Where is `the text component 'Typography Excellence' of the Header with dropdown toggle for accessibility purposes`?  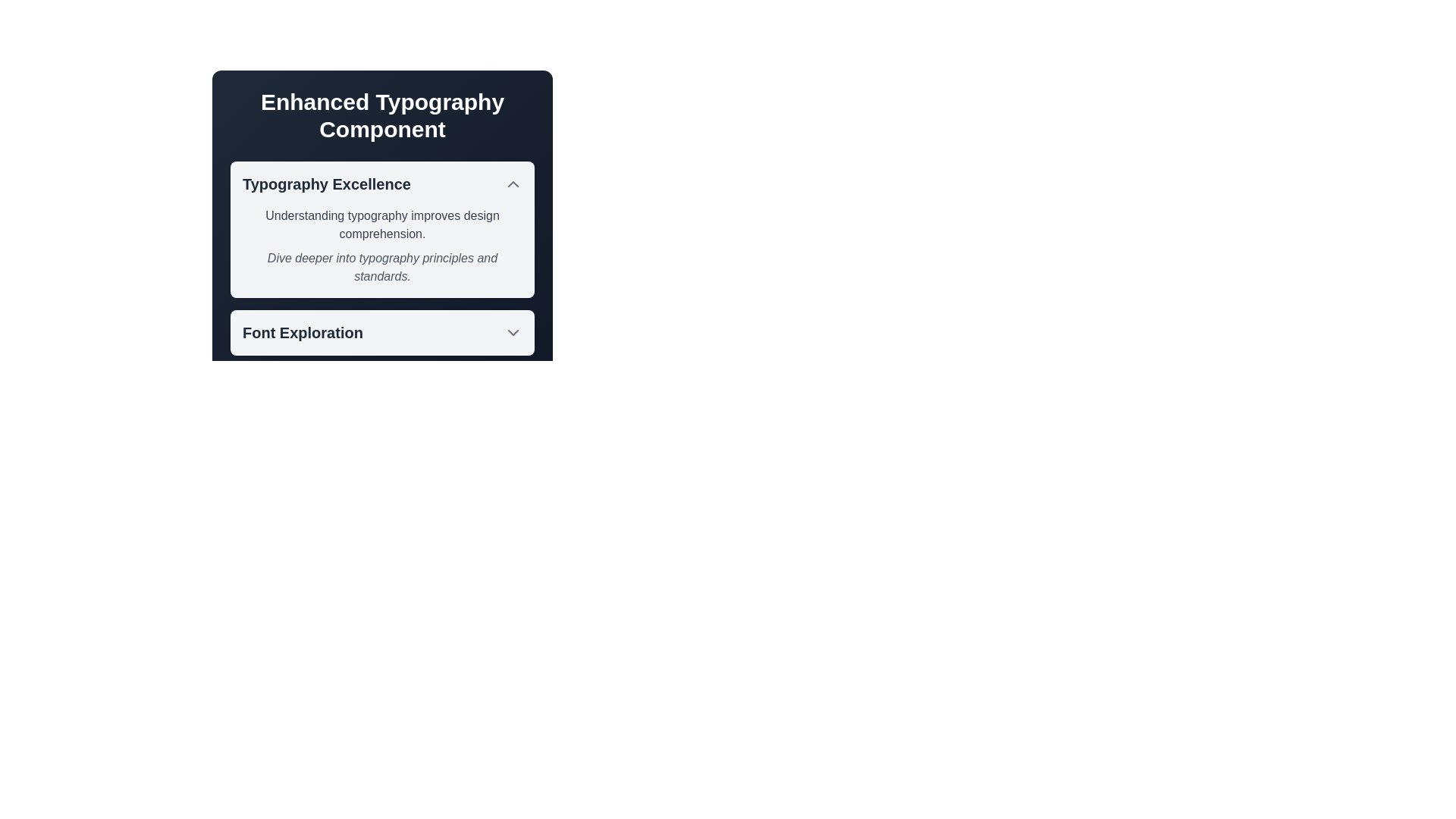
the text component 'Typography Excellence' of the Header with dropdown toggle for accessibility purposes is located at coordinates (382, 184).